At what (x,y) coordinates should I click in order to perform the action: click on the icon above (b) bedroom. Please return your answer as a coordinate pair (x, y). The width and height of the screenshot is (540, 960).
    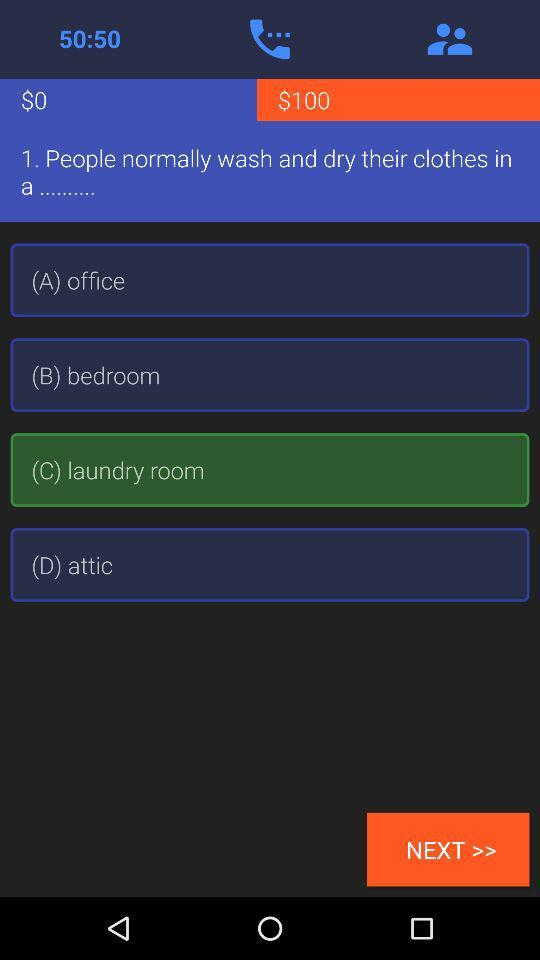
    Looking at the image, I should click on (270, 279).